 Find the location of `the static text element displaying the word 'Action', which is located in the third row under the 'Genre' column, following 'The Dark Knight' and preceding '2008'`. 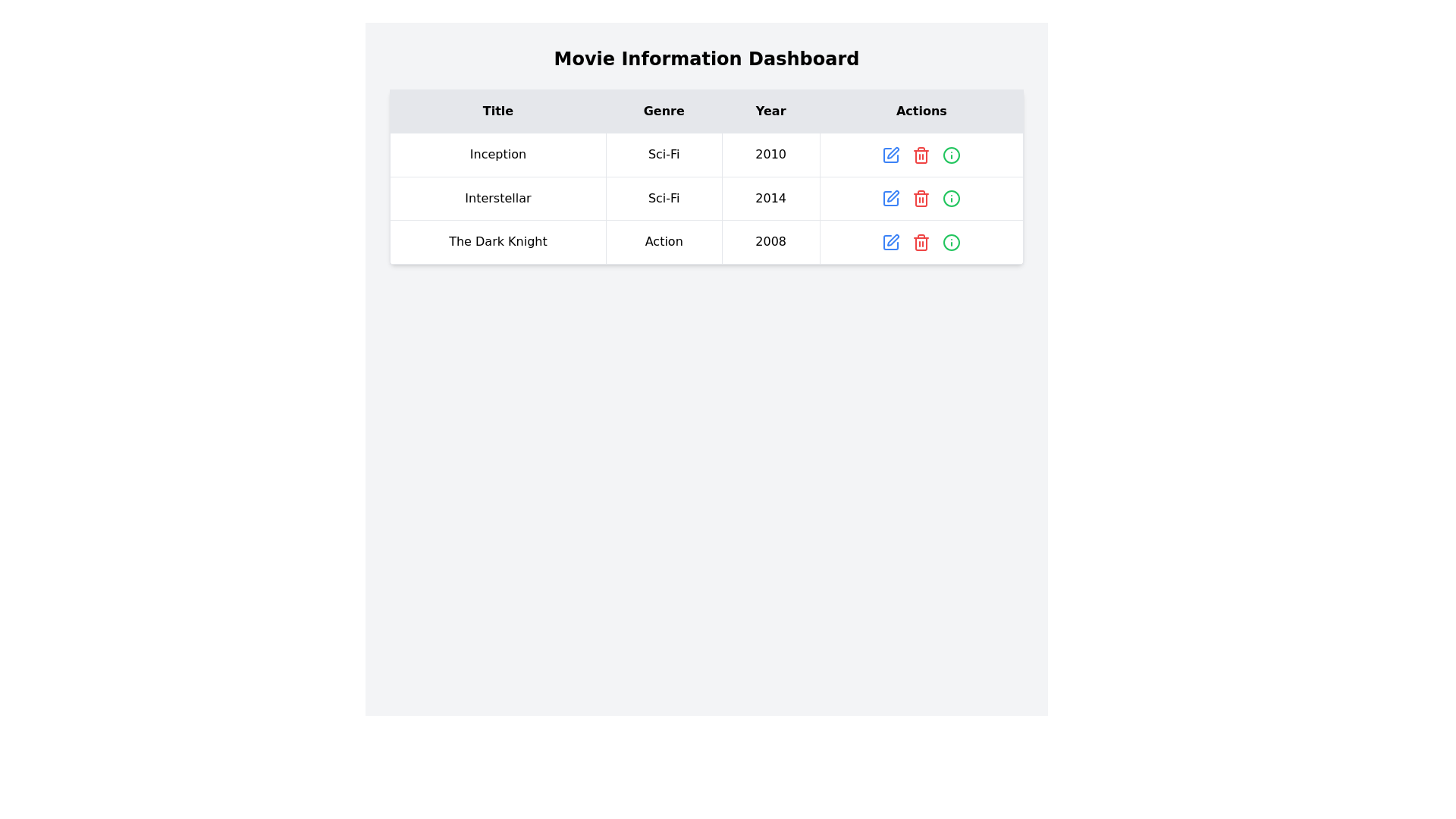

the static text element displaying the word 'Action', which is located in the third row under the 'Genre' column, following 'The Dark Knight' and preceding '2008' is located at coordinates (664, 241).